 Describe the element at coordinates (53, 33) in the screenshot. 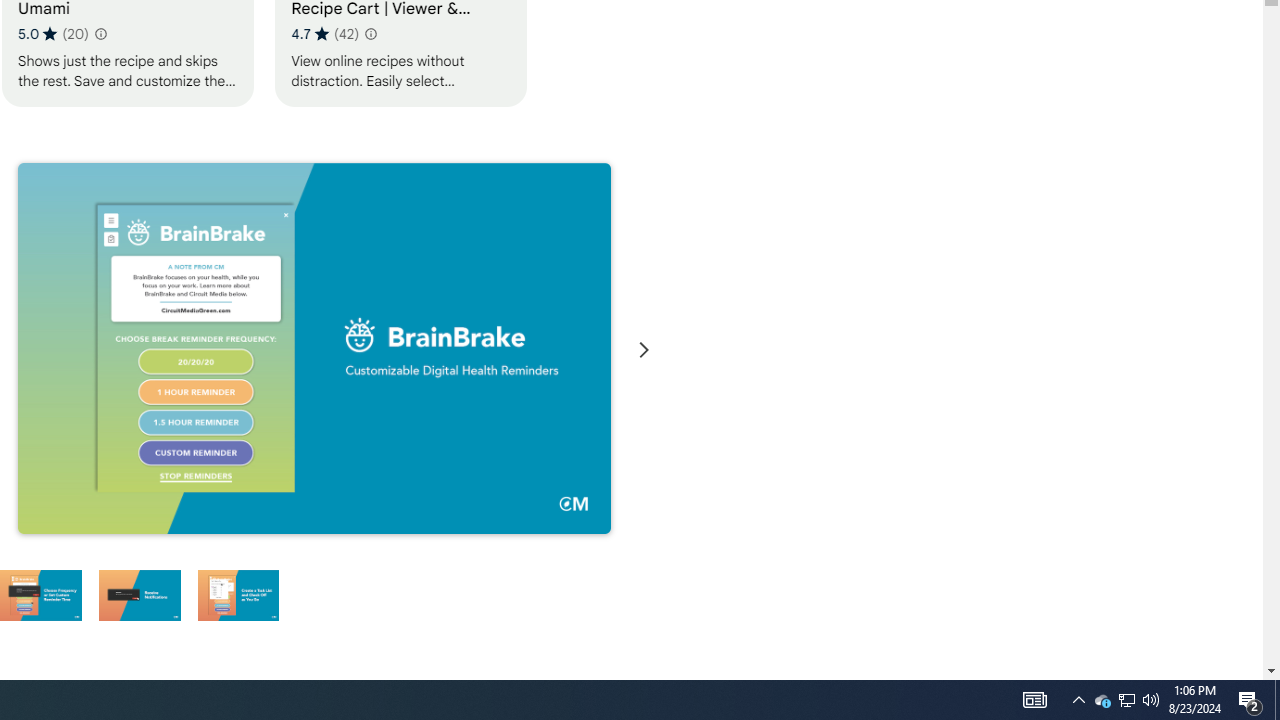

I see `'Average rating 5 out of 5 stars. 20 ratings.'` at that location.